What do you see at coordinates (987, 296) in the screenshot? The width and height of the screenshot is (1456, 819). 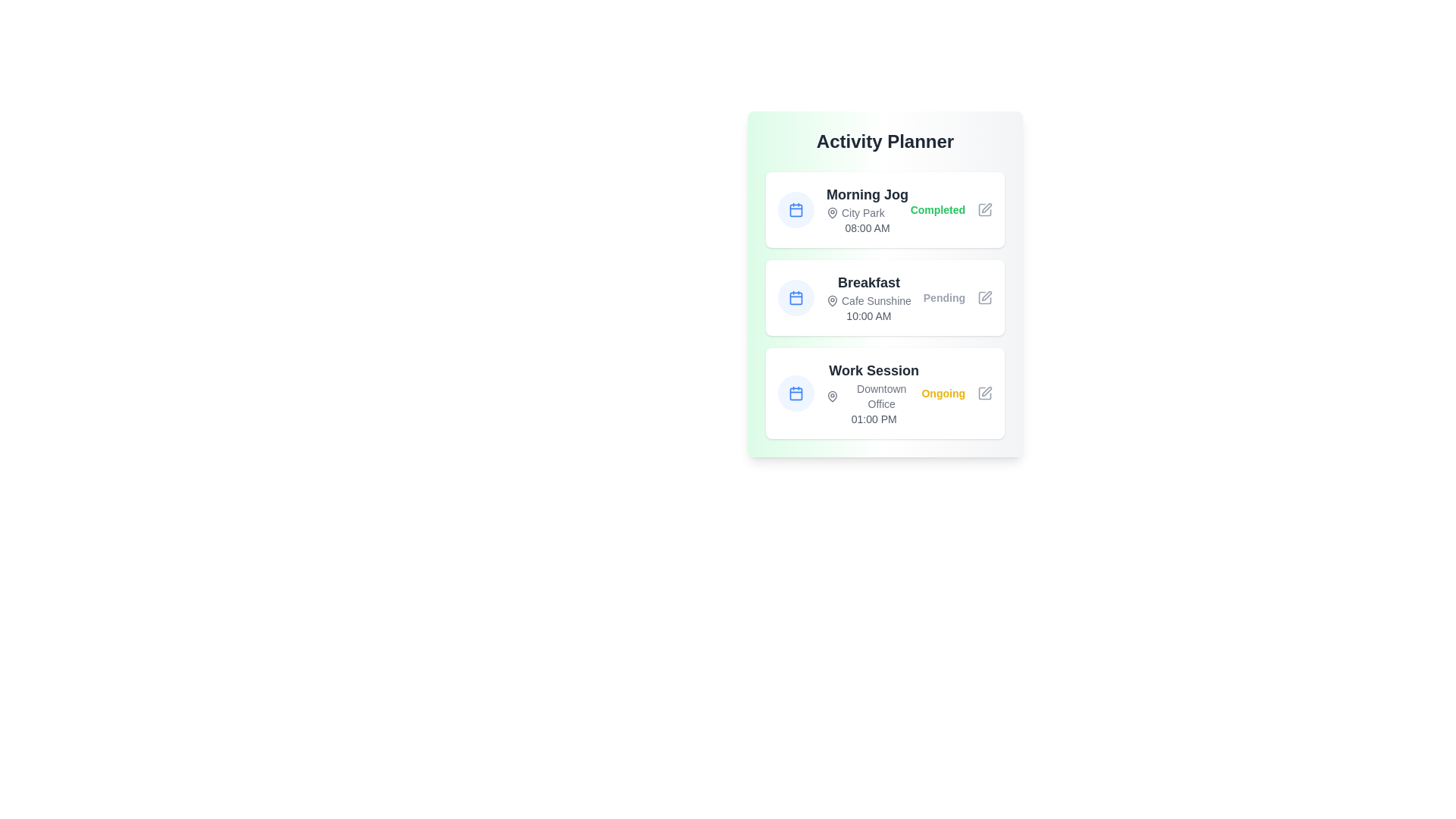 I see `the edit icon resembling a pen within the rounded square frame located on the right side of the 'Breakfast' activity card` at bounding box center [987, 296].